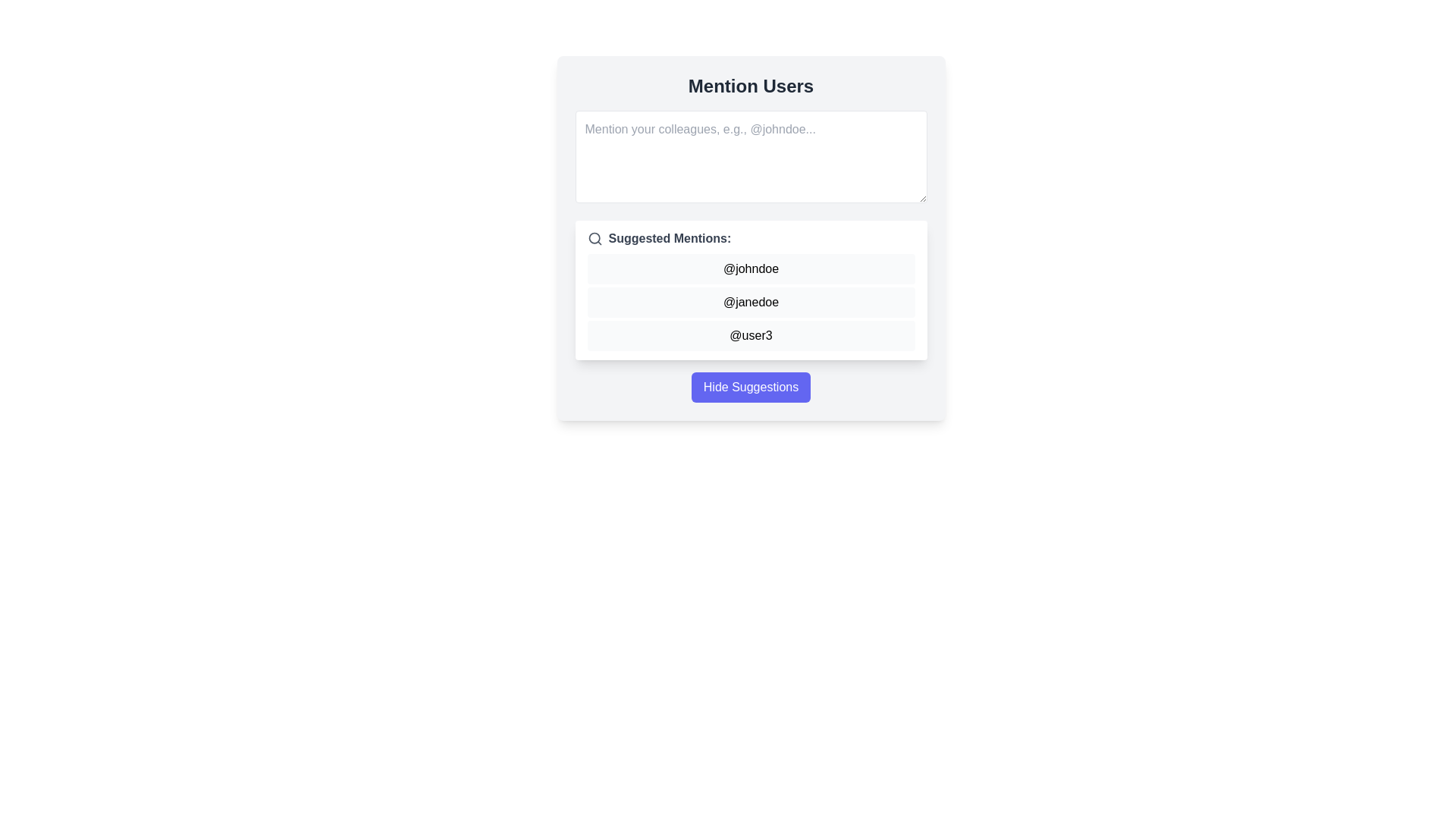  Describe the element at coordinates (751, 268) in the screenshot. I see `the selectable text entry '@johndoe' which is the first item in the list for tagging or mentioning purposes` at that location.